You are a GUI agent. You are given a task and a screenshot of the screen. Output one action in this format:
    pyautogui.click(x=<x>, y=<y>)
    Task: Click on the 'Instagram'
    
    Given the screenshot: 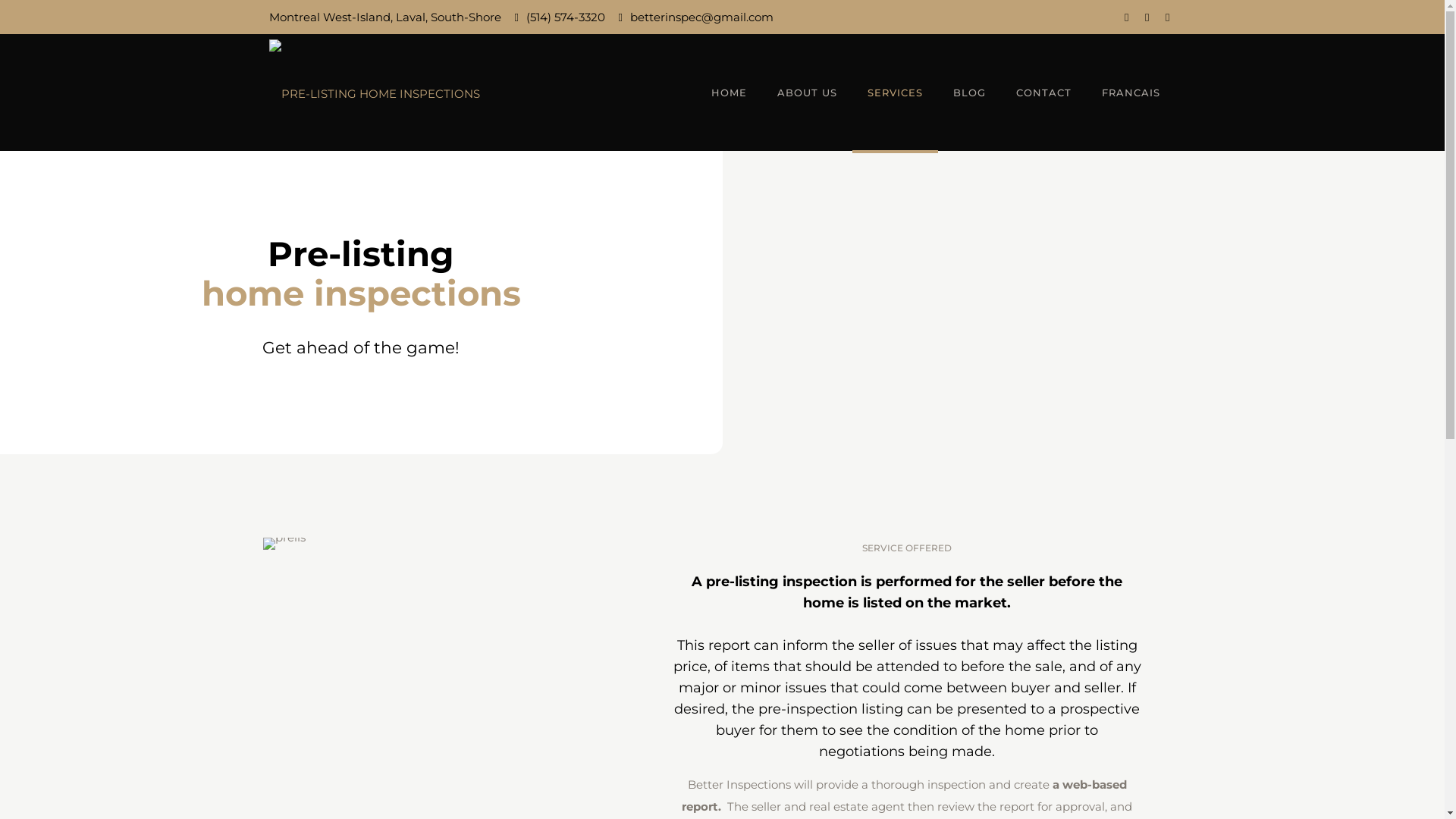 What is the action you would take?
    pyautogui.click(x=1147, y=17)
    